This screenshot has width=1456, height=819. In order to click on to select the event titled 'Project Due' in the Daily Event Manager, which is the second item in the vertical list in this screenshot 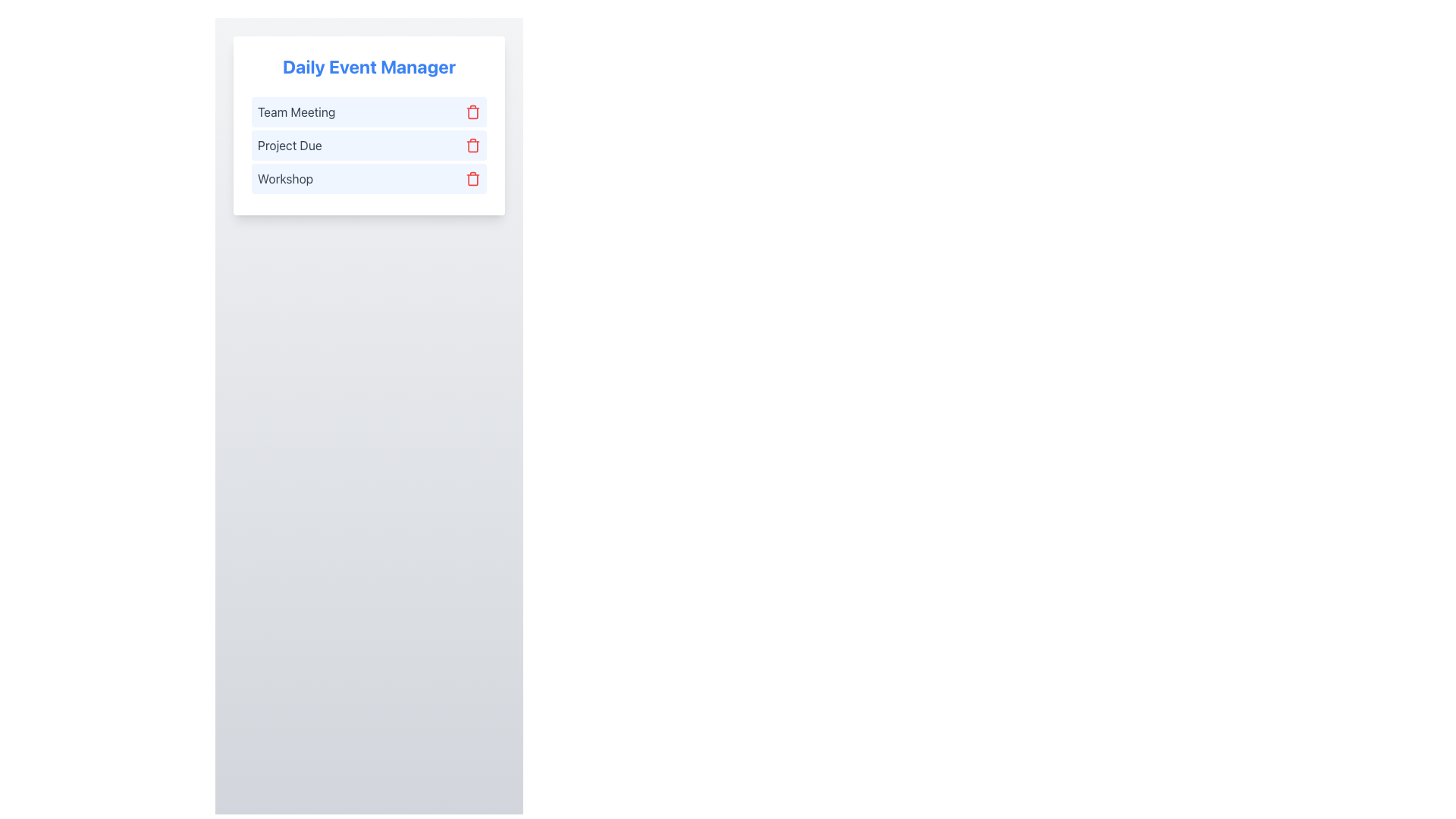, I will do `click(369, 146)`.